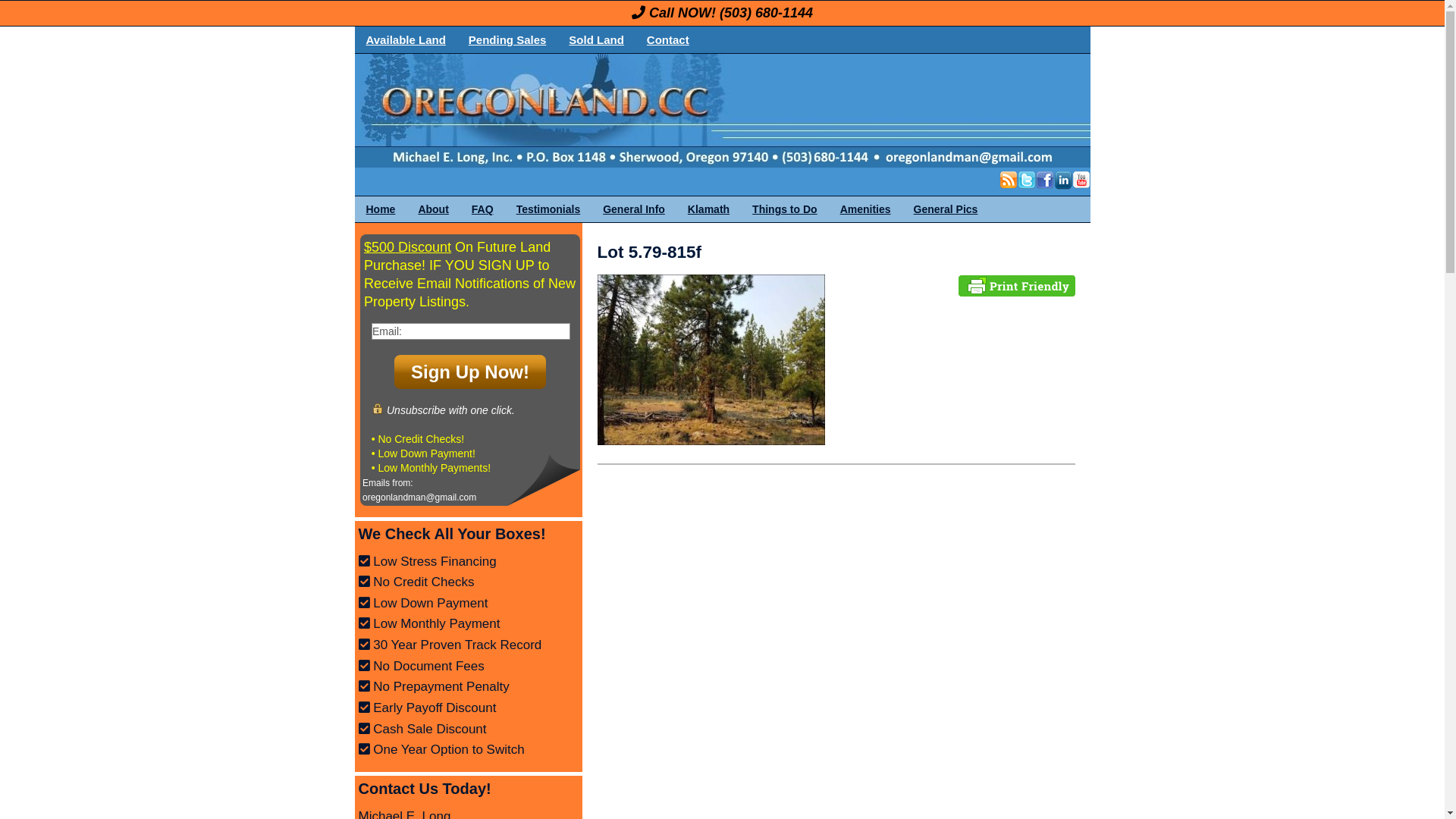 This screenshot has width=1456, height=819. I want to click on 'Unsubscribe with one click.', so click(442, 408).